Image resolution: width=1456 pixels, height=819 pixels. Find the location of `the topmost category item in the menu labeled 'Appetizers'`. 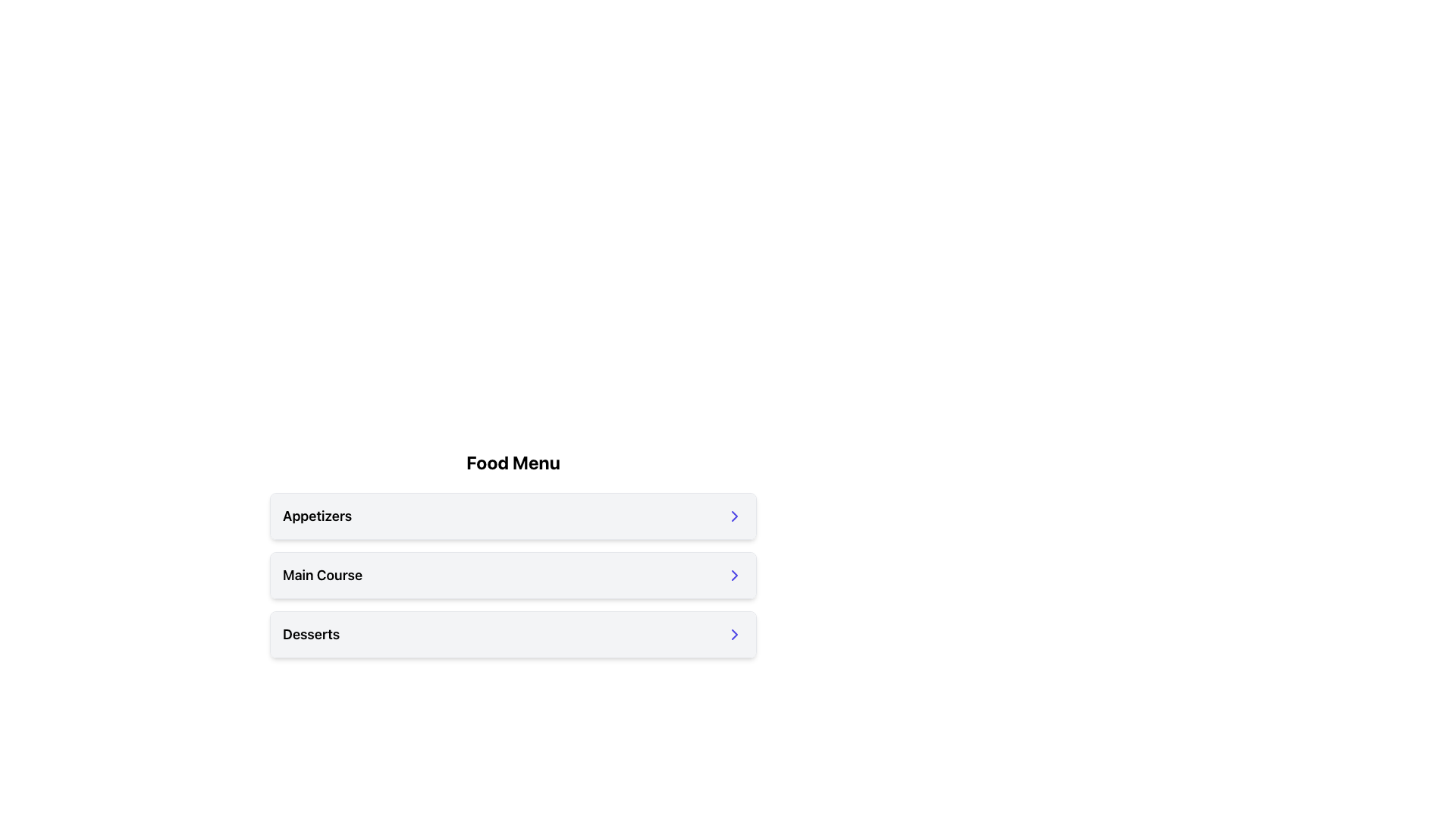

the topmost category item in the menu labeled 'Appetizers' is located at coordinates (513, 516).